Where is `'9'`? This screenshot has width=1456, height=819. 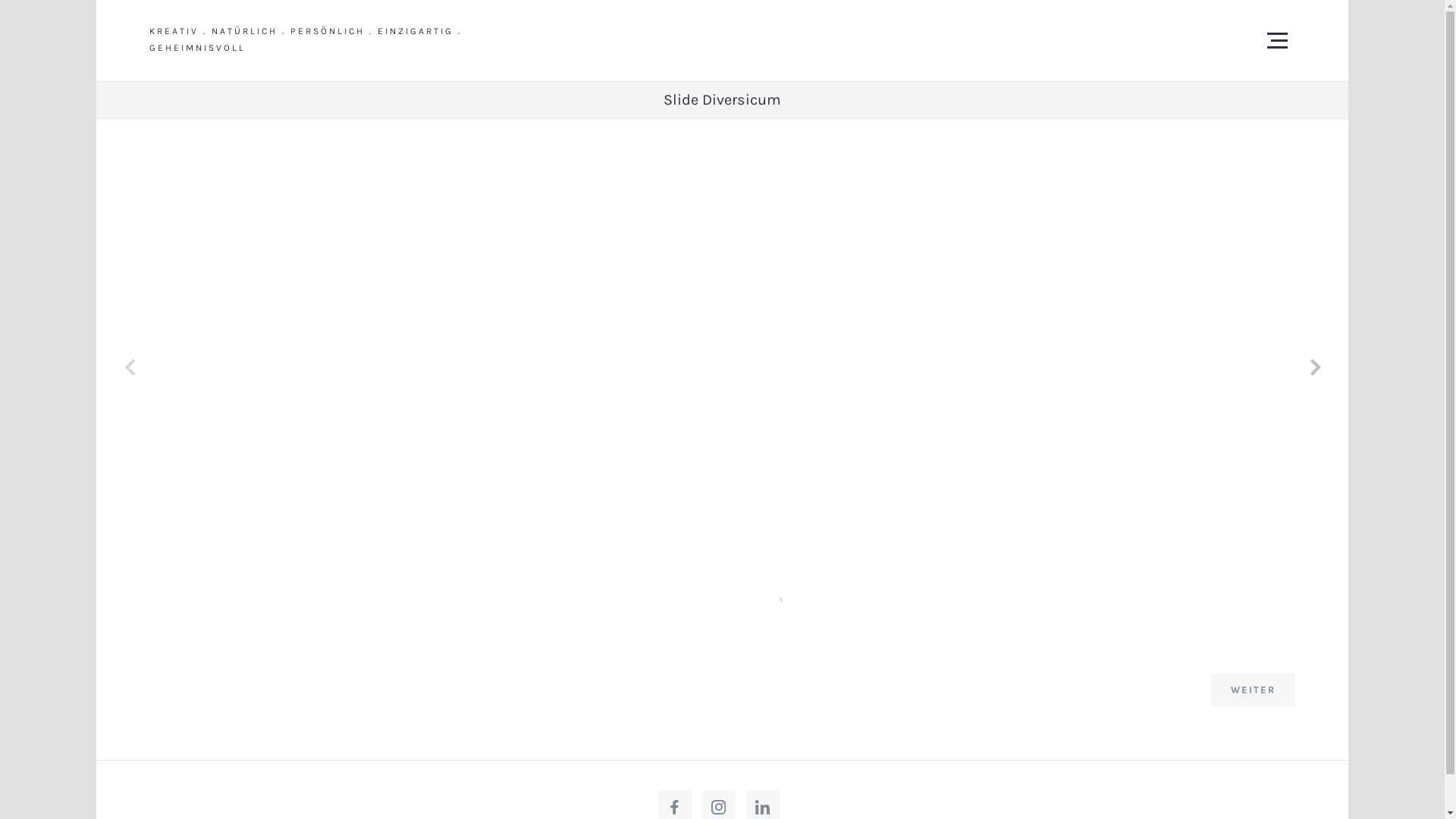 '9' is located at coordinates (767, 598).